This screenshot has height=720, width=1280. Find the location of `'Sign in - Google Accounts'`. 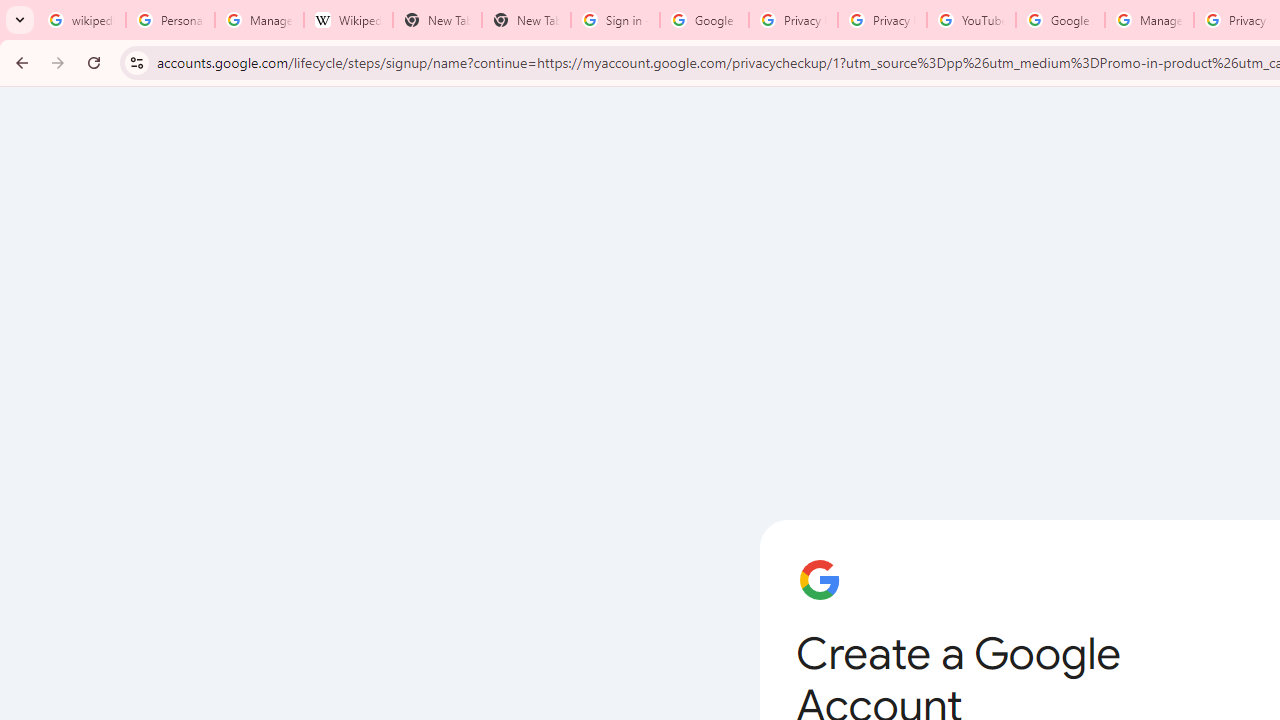

'Sign in - Google Accounts' is located at coordinates (614, 20).